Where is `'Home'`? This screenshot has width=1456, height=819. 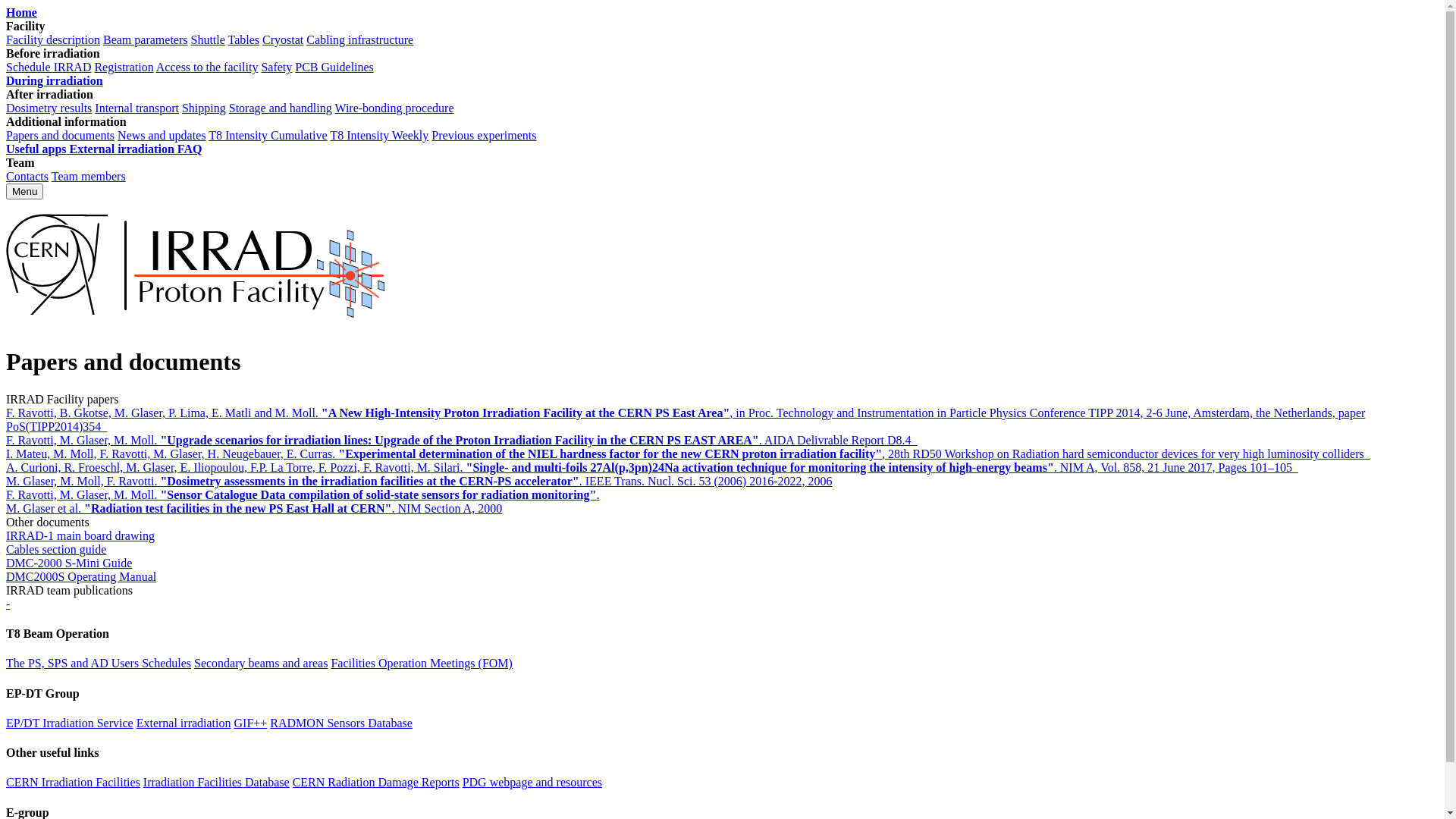
'Home' is located at coordinates (21, 12).